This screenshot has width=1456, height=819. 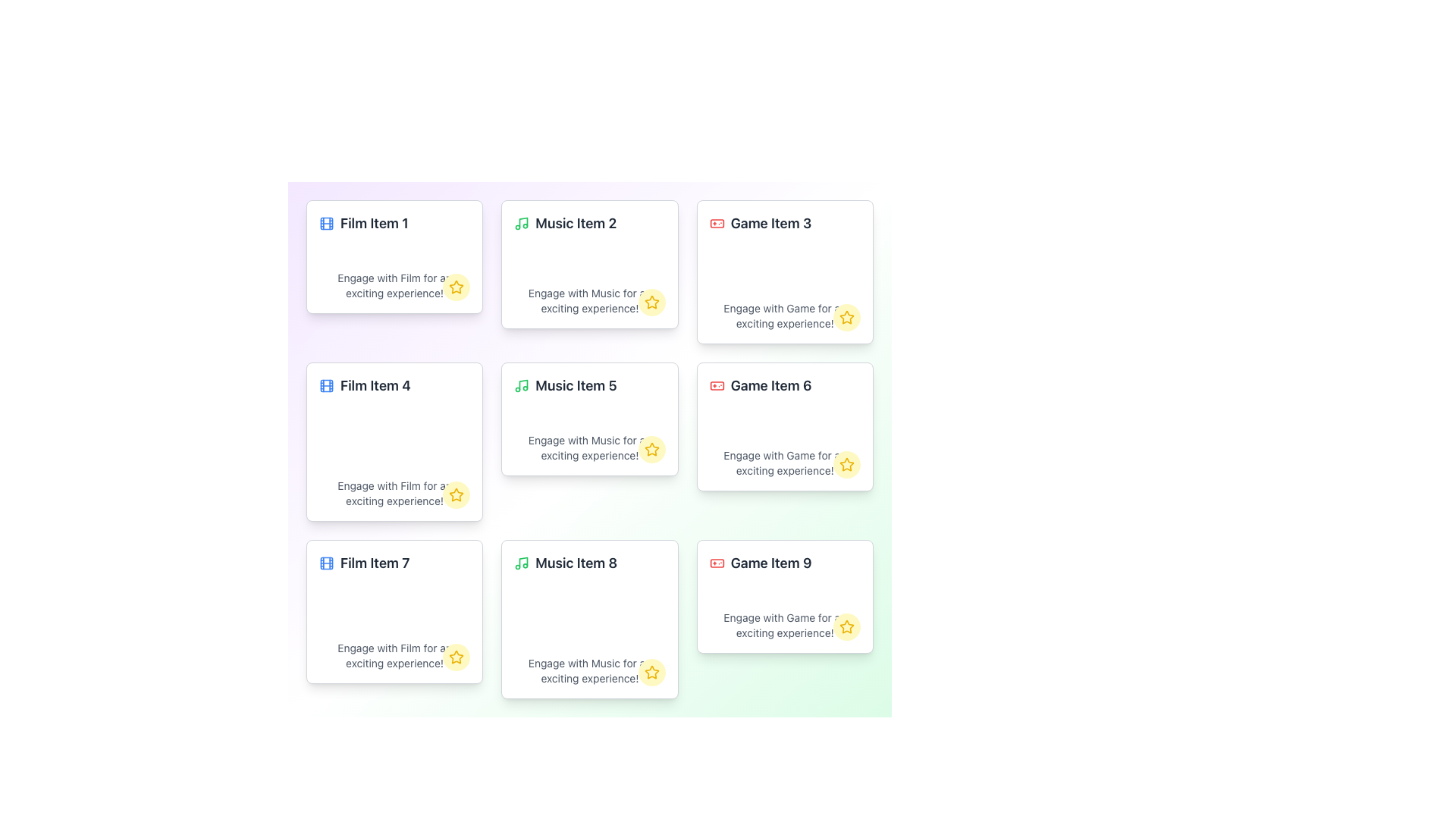 I want to click on the center of the Interactive Card located in the bottom row of the grid, between 'Film Item 7' and 'Game Item 9', so click(x=588, y=620).